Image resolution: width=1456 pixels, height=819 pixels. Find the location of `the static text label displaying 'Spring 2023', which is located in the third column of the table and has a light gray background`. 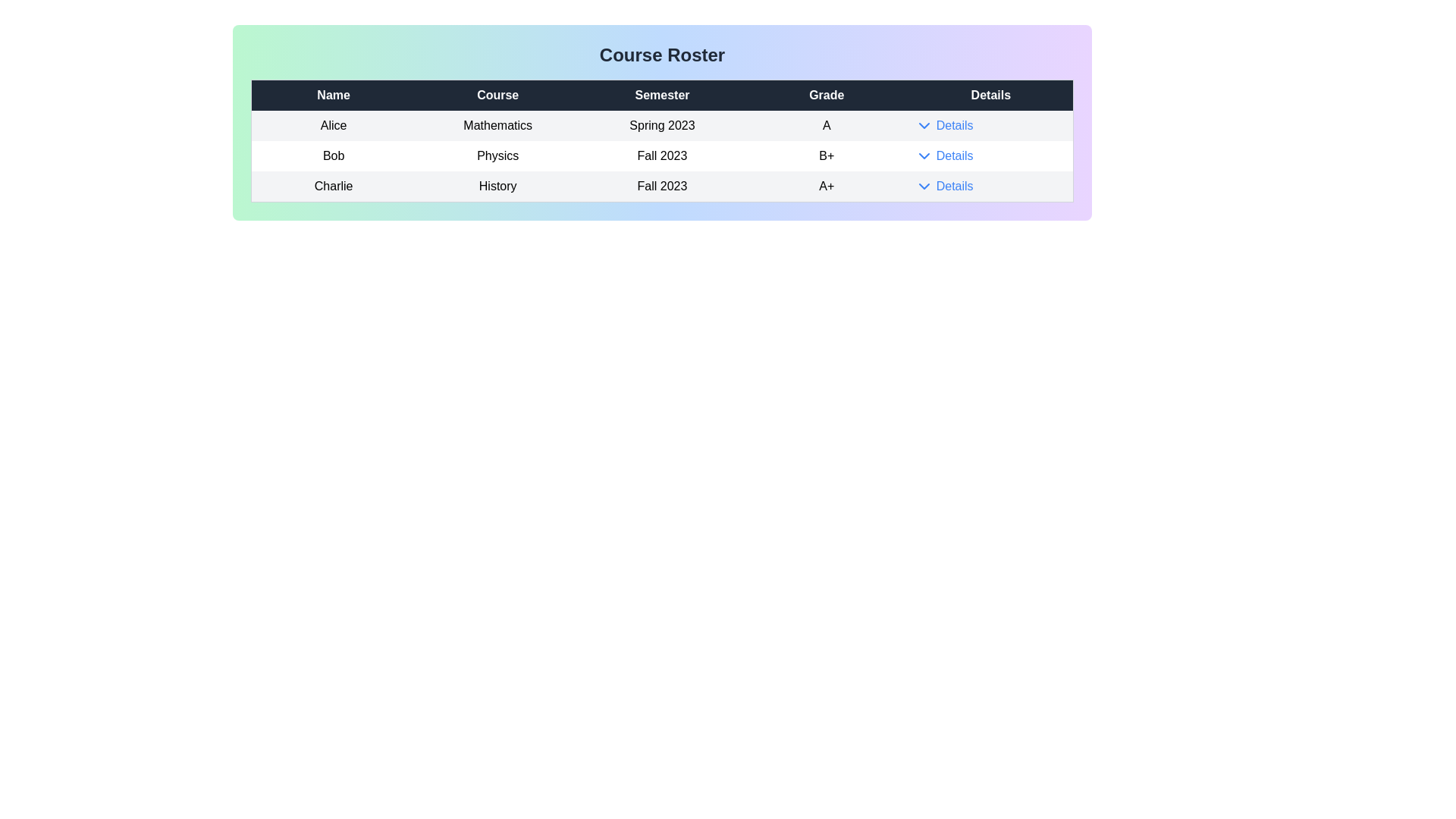

the static text label displaying 'Spring 2023', which is located in the third column of the table and has a light gray background is located at coordinates (662, 124).